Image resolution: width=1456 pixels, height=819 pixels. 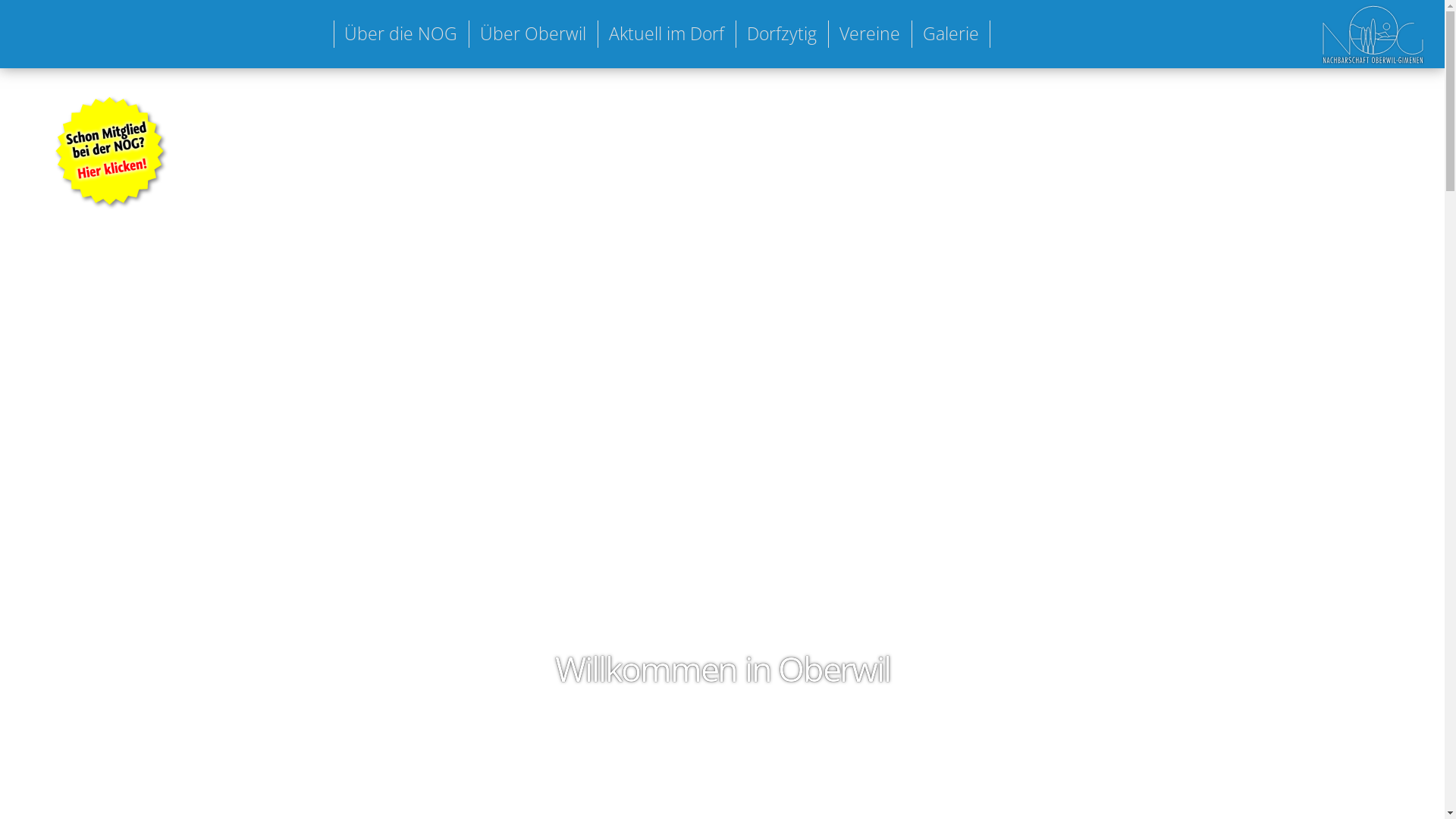 What do you see at coordinates (666, 34) in the screenshot?
I see `'Aktuell im Dorf'` at bounding box center [666, 34].